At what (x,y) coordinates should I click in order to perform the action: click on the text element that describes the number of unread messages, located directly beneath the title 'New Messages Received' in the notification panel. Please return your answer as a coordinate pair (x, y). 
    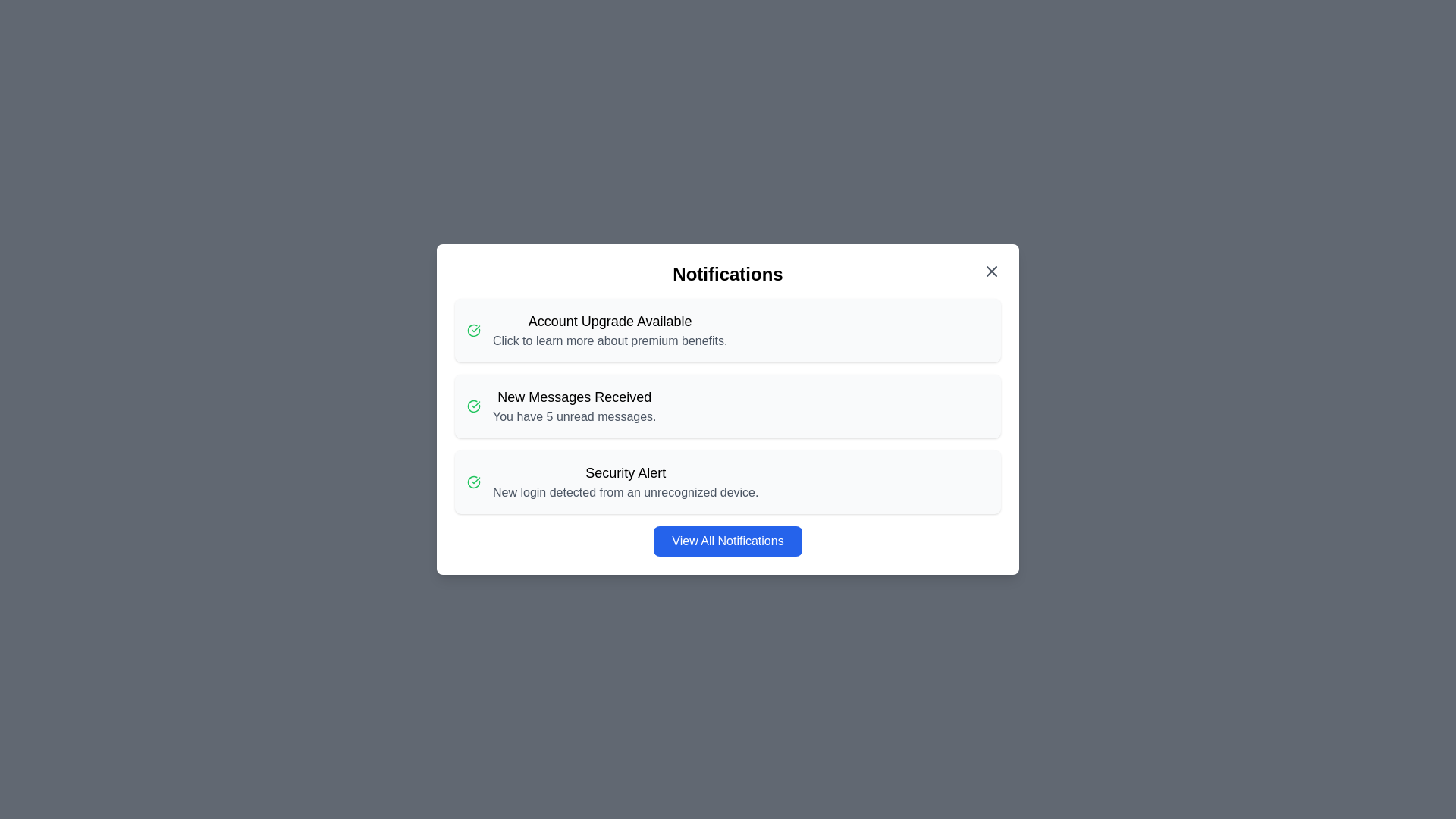
    Looking at the image, I should click on (573, 417).